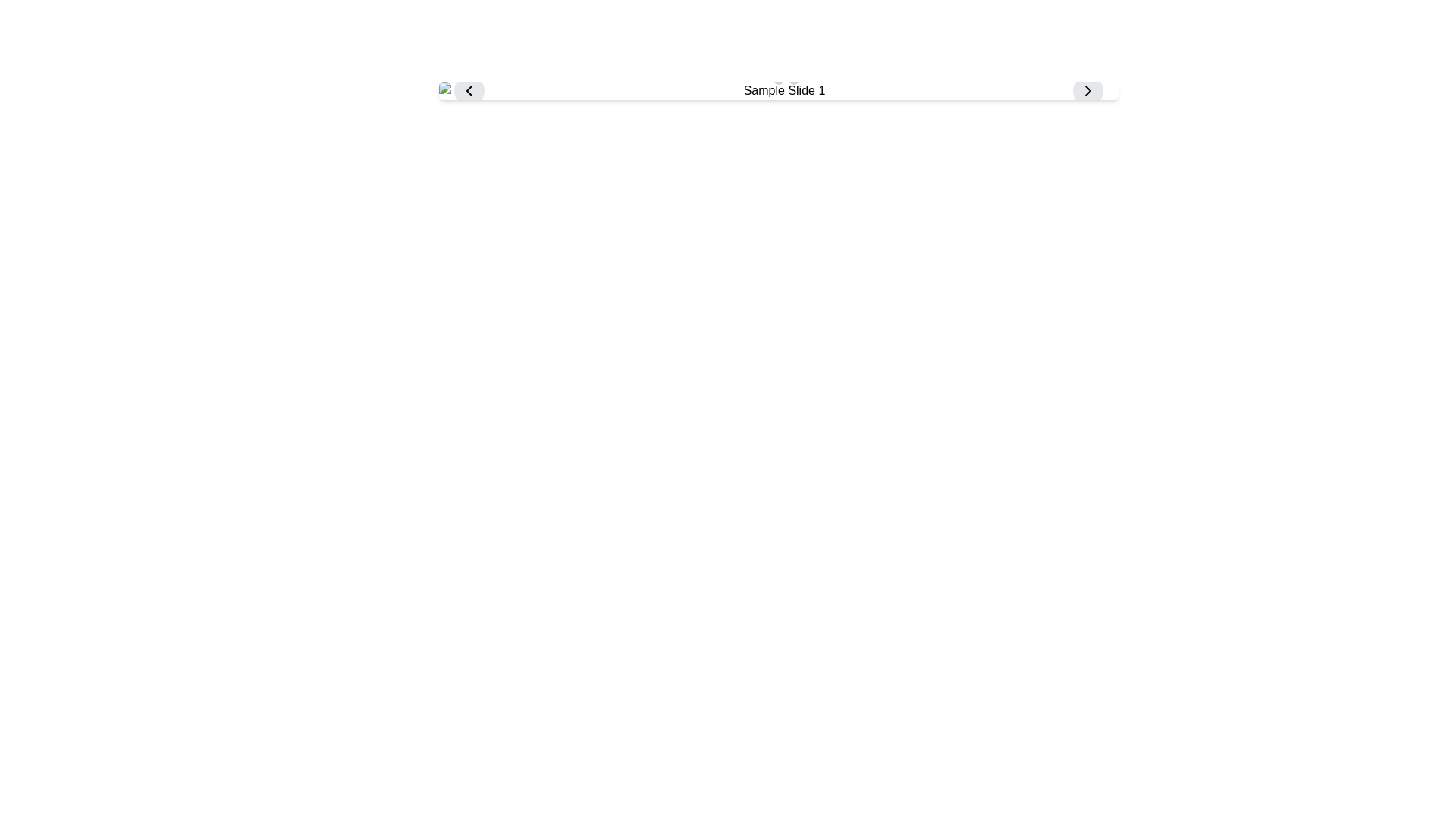 The image size is (1456, 819). Describe the element at coordinates (468, 90) in the screenshot. I see `the left navigation button of the carousel` at that location.